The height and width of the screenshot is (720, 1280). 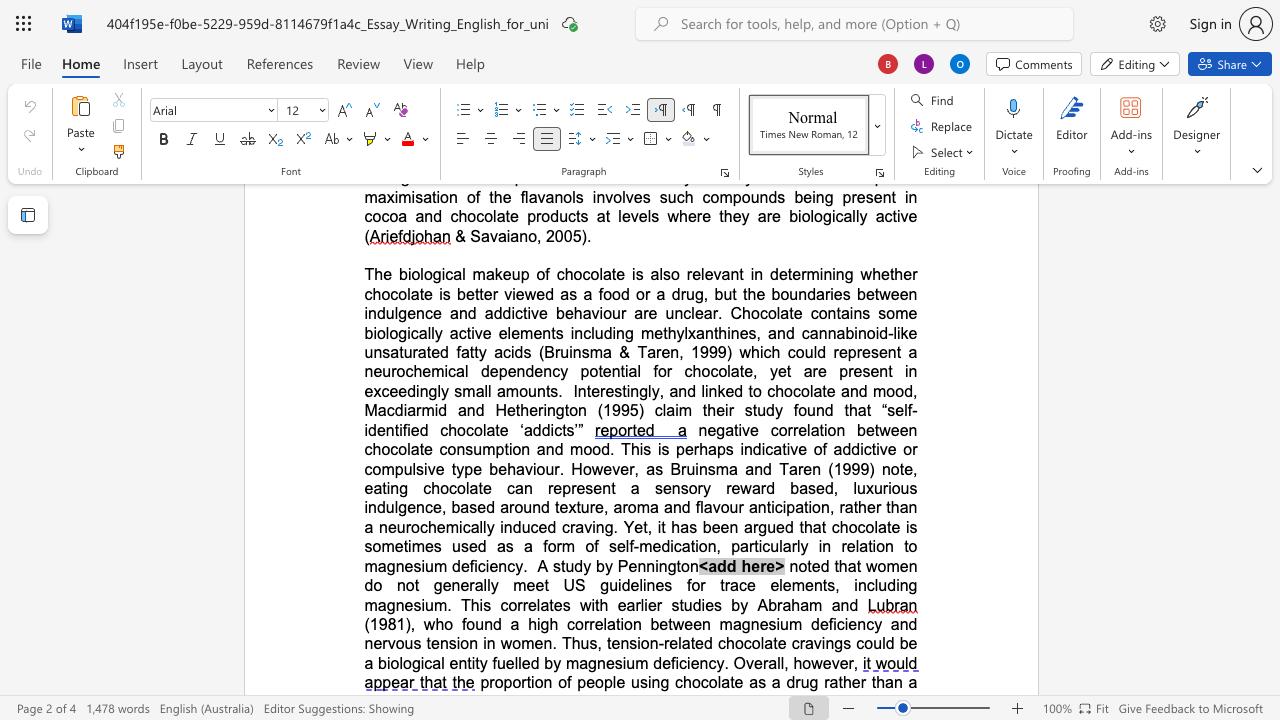 What do you see at coordinates (716, 429) in the screenshot?
I see `the space between the continuous character "e" and "g" in the text` at bounding box center [716, 429].